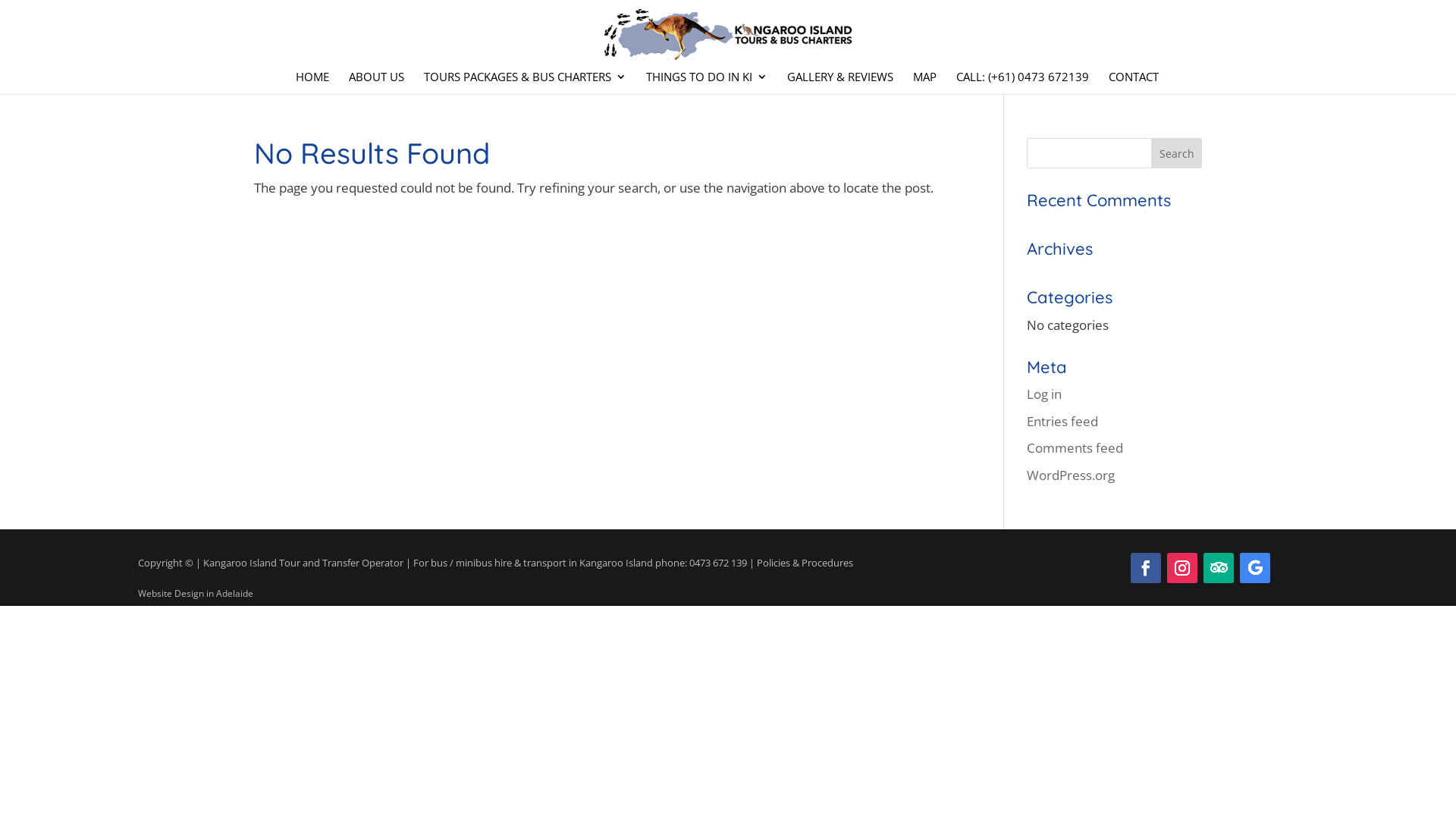 This screenshot has width=1456, height=819. What do you see at coordinates (804, 562) in the screenshot?
I see `'Policies & Procedures'` at bounding box center [804, 562].